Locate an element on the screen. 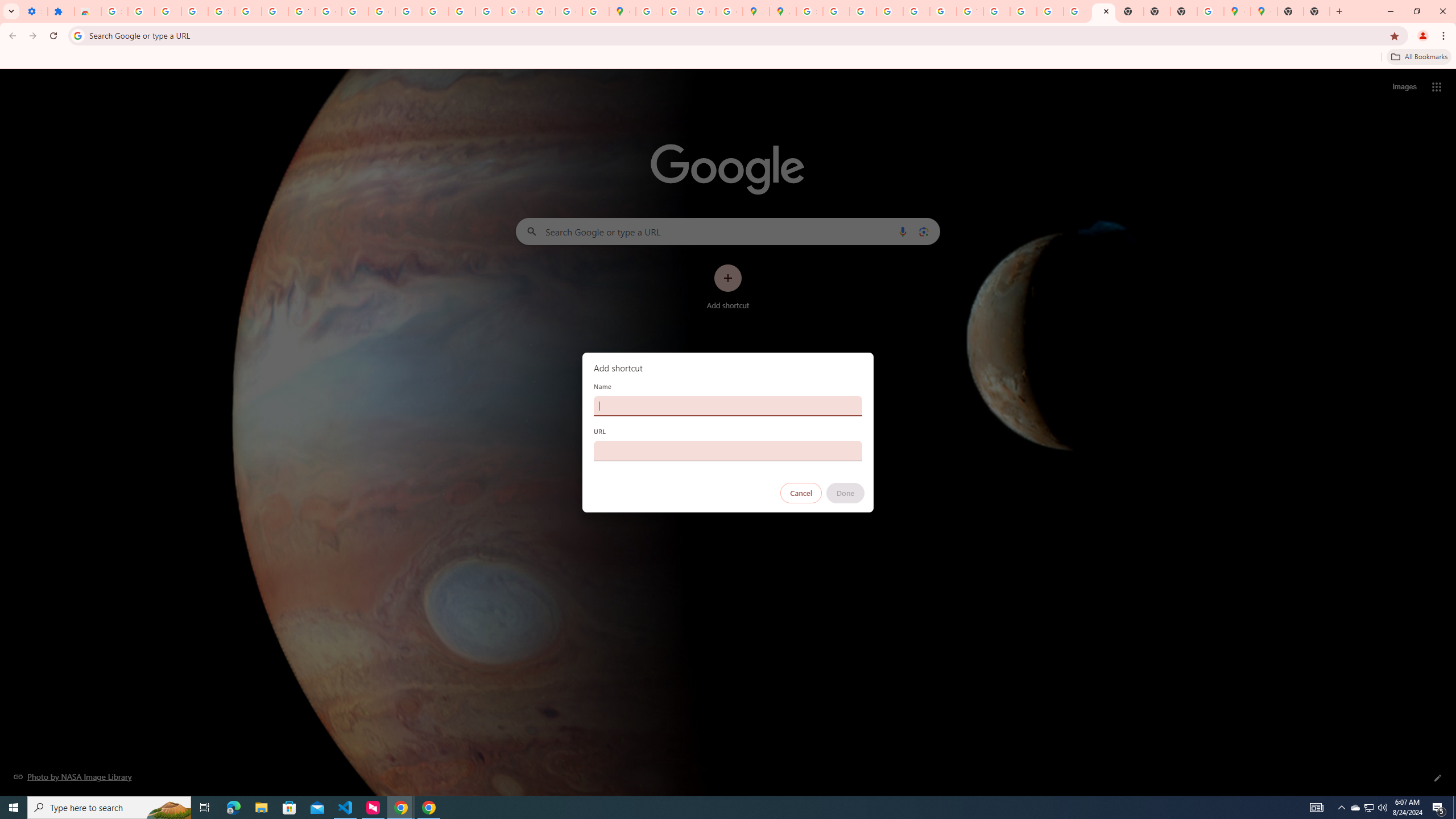  'Privacy Help Center - Policies Help' is located at coordinates (890, 11).